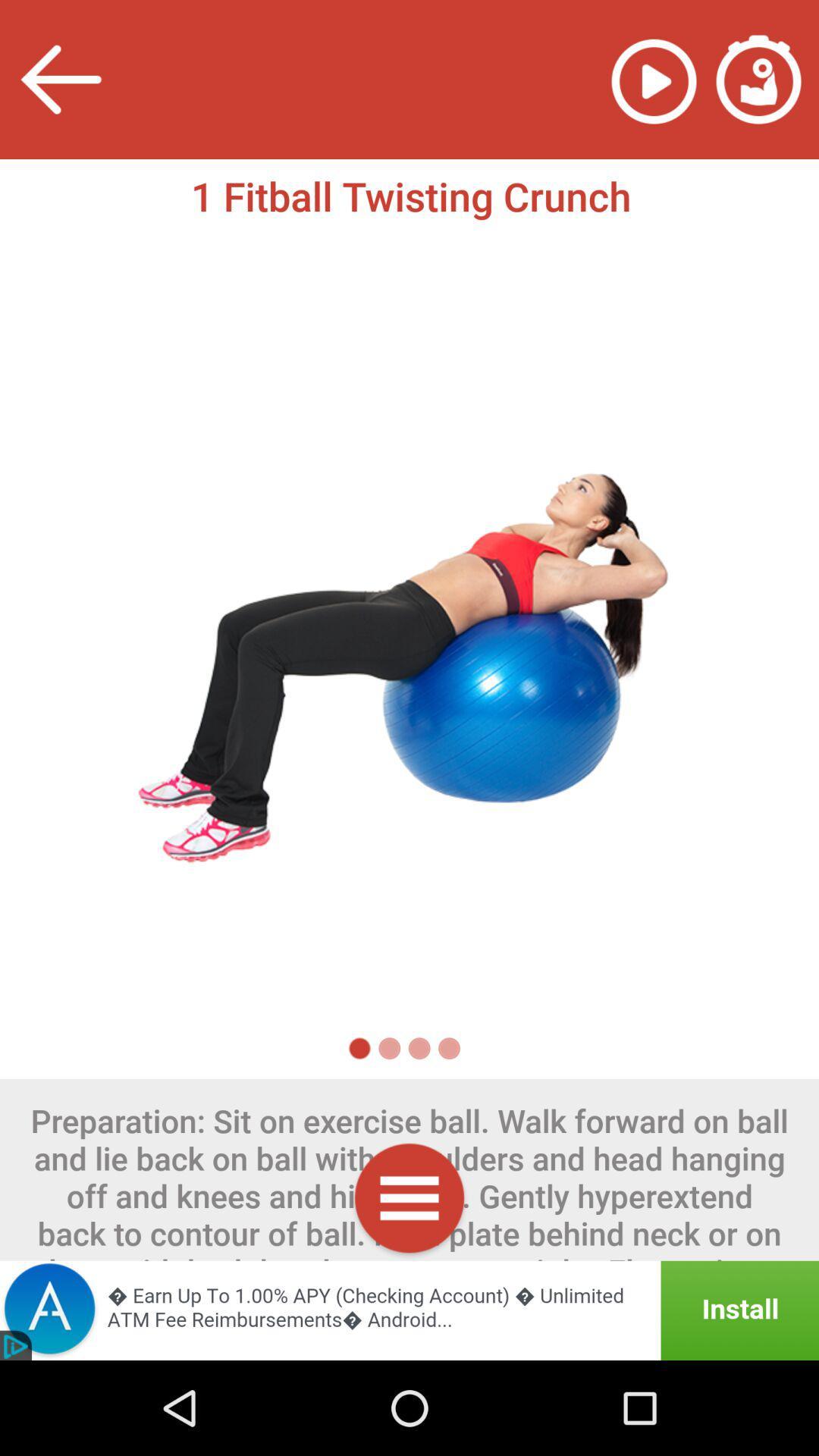 Image resolution: width=819 pixels, height=1456 pixels. What do you see at coordinates (409, 1310) in the screenshot?
I see `click advertisement` at bounding box center [409, 1310].